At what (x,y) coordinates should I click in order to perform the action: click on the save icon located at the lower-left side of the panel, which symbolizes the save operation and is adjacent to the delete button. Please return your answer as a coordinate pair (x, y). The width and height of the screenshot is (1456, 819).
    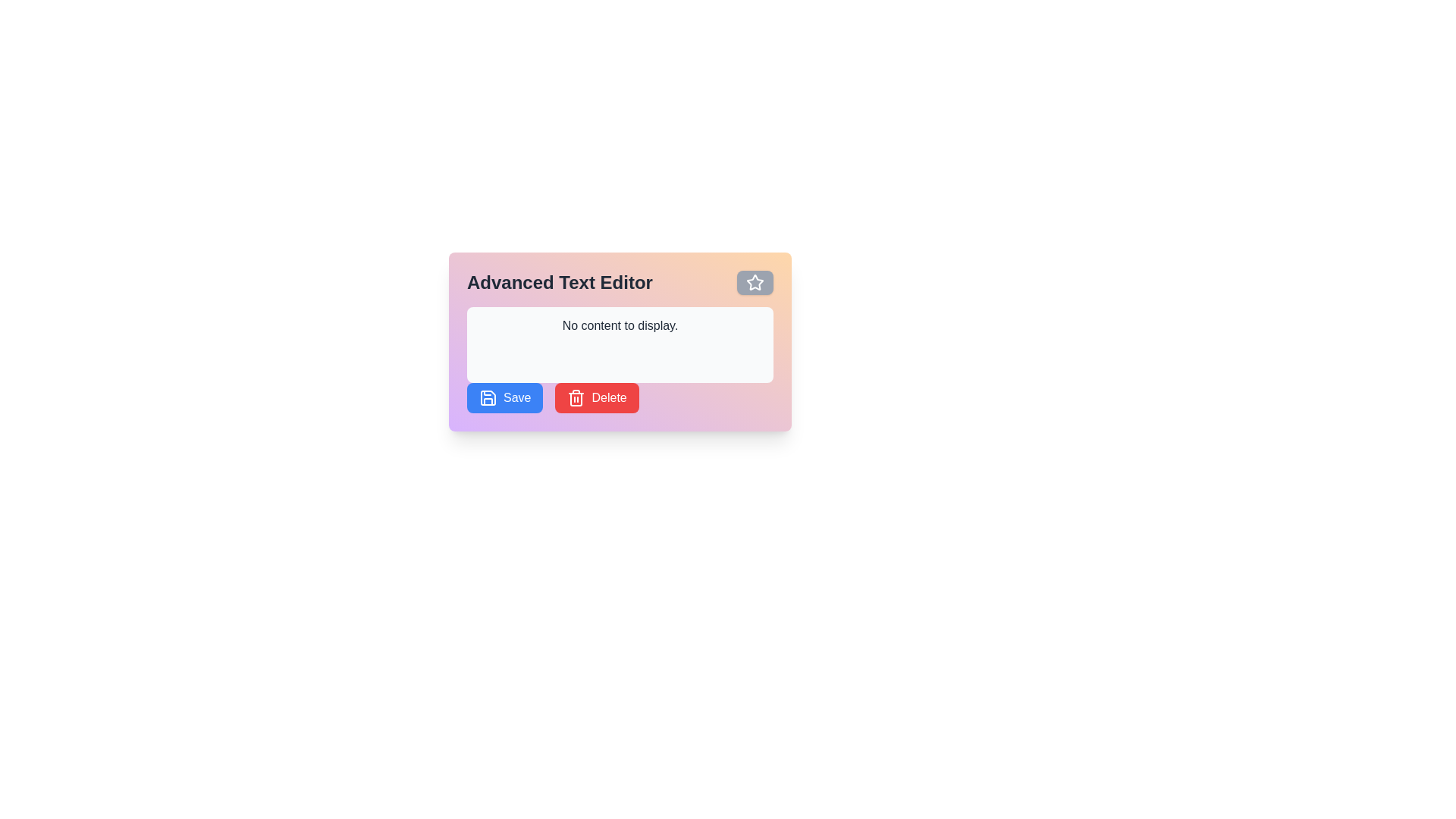
    Looking at the image, I should click on (488, 397).